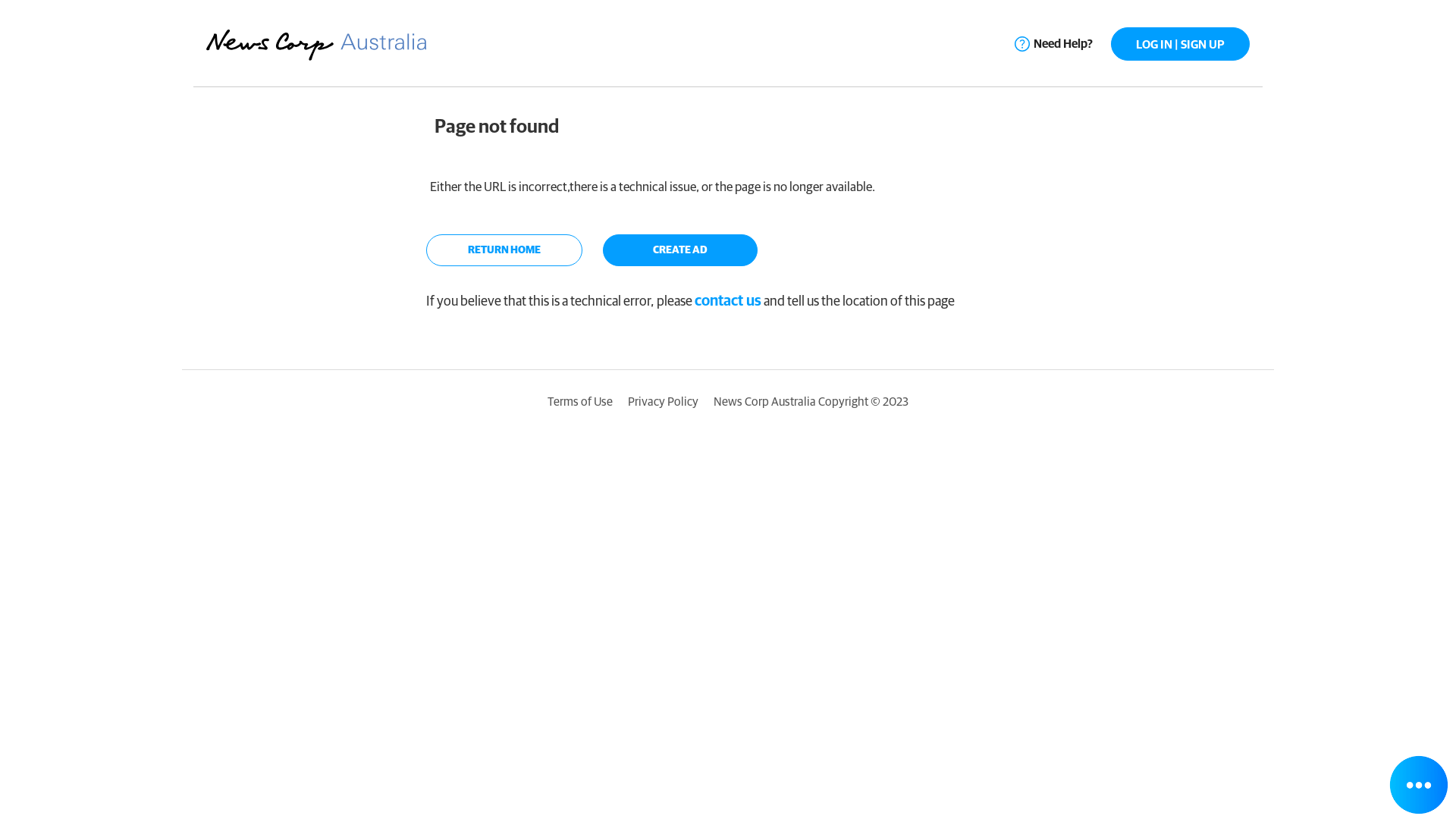  I want to click on 'Terms of Use', so click(579, 400).